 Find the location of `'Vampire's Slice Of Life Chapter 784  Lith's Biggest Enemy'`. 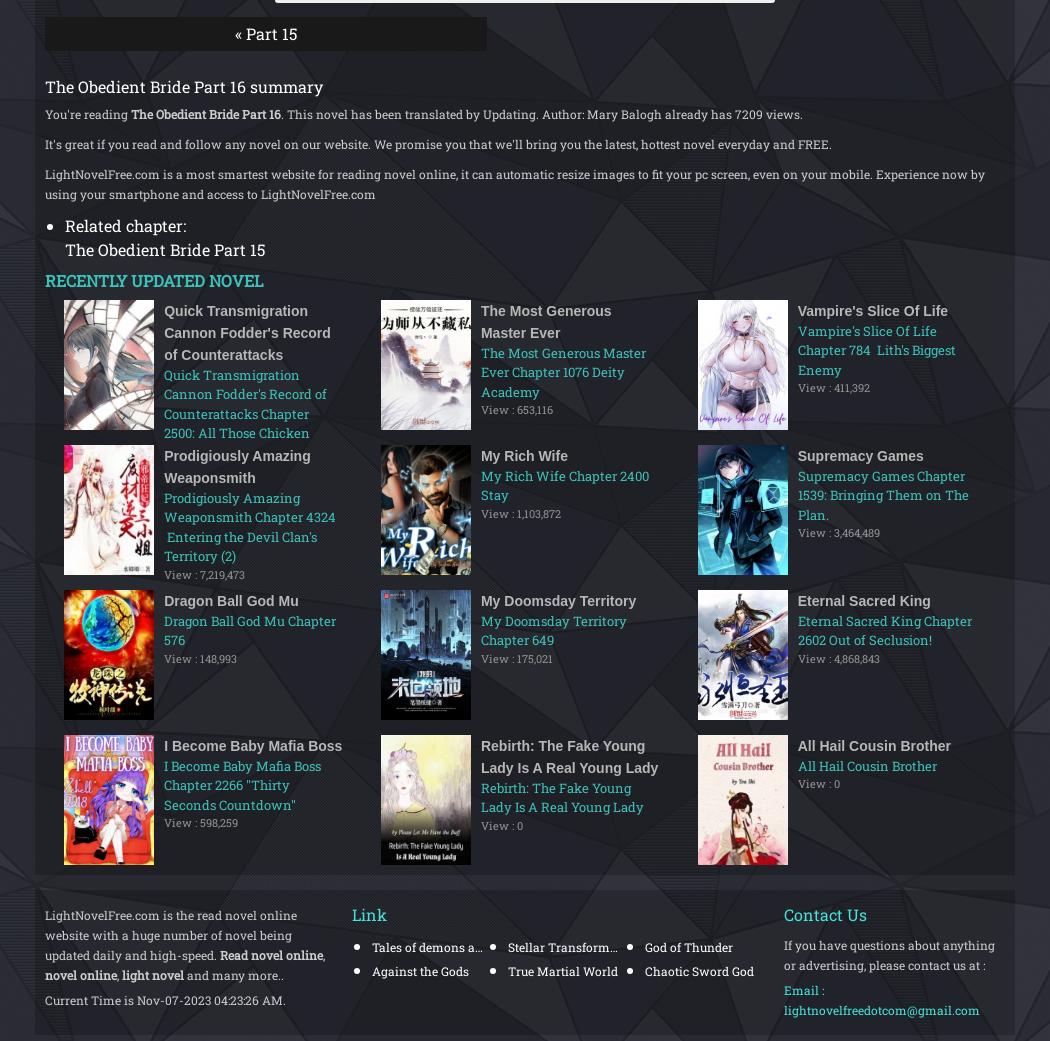

'Vampire's Slice Of Life Chapter 784  Lith's Biggest Enemy' is located at coordinates (875, 349).